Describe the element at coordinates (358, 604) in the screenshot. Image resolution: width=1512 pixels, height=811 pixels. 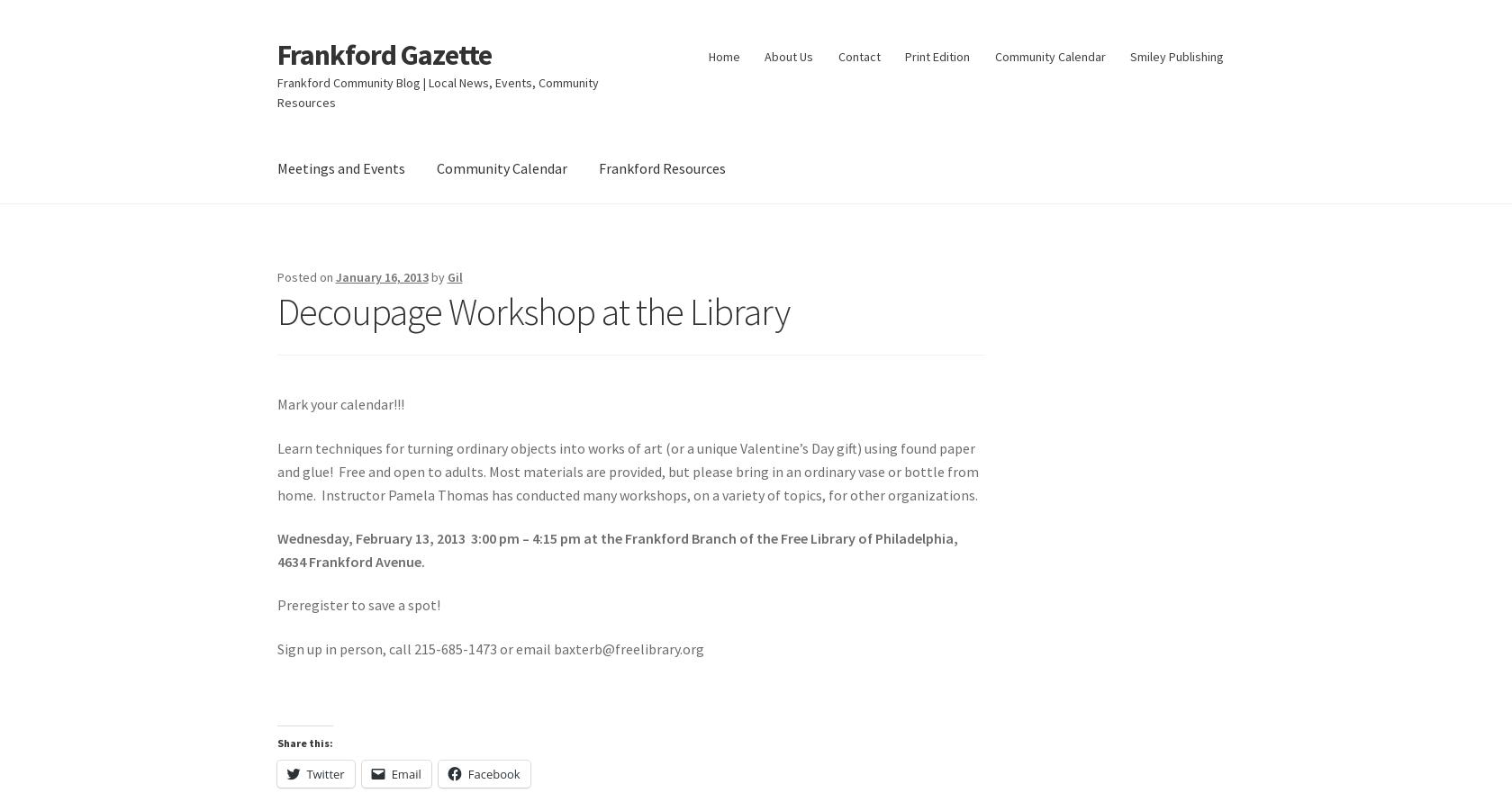
I see `'Preregister to save a spot!'` at that location.